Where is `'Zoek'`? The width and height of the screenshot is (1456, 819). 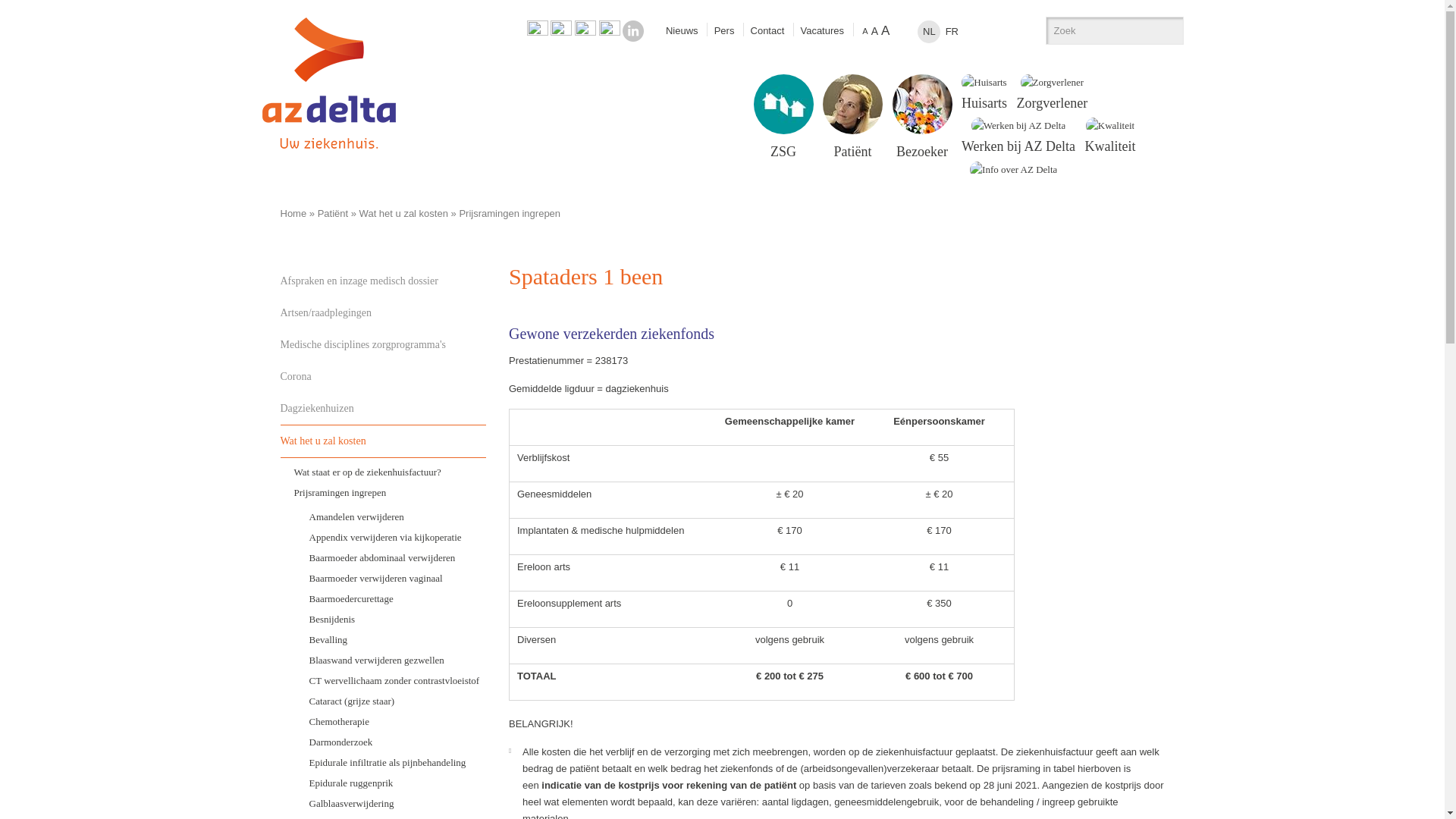
'Zoek' is located at coordinates (1165, 30).